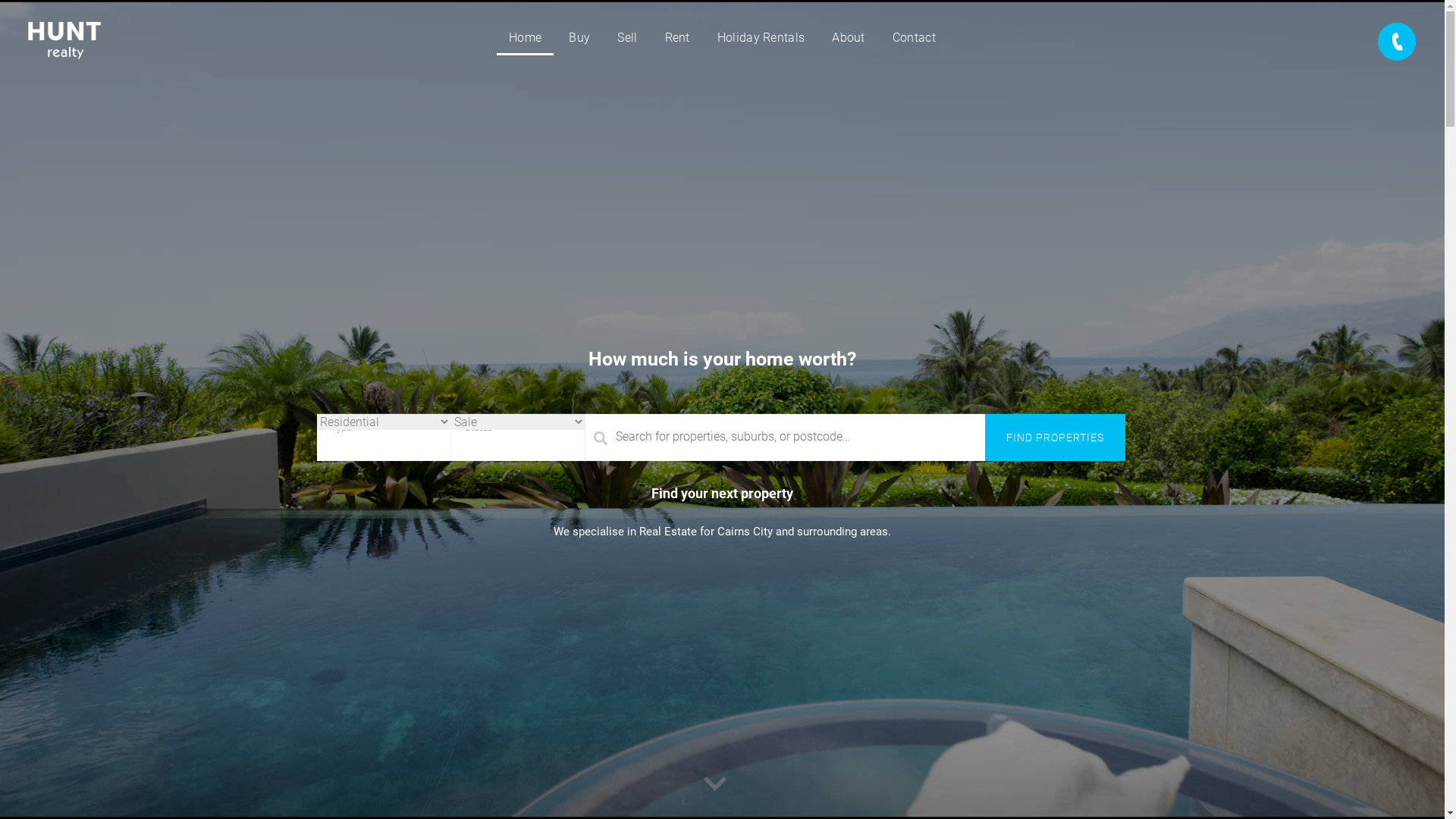 The width and height of the screenshot is (1456, 819). What do you see at coordinates (761, 37) in the screenshot?
I see `'Holiday Rentals'` at bounding box center [761, 37].